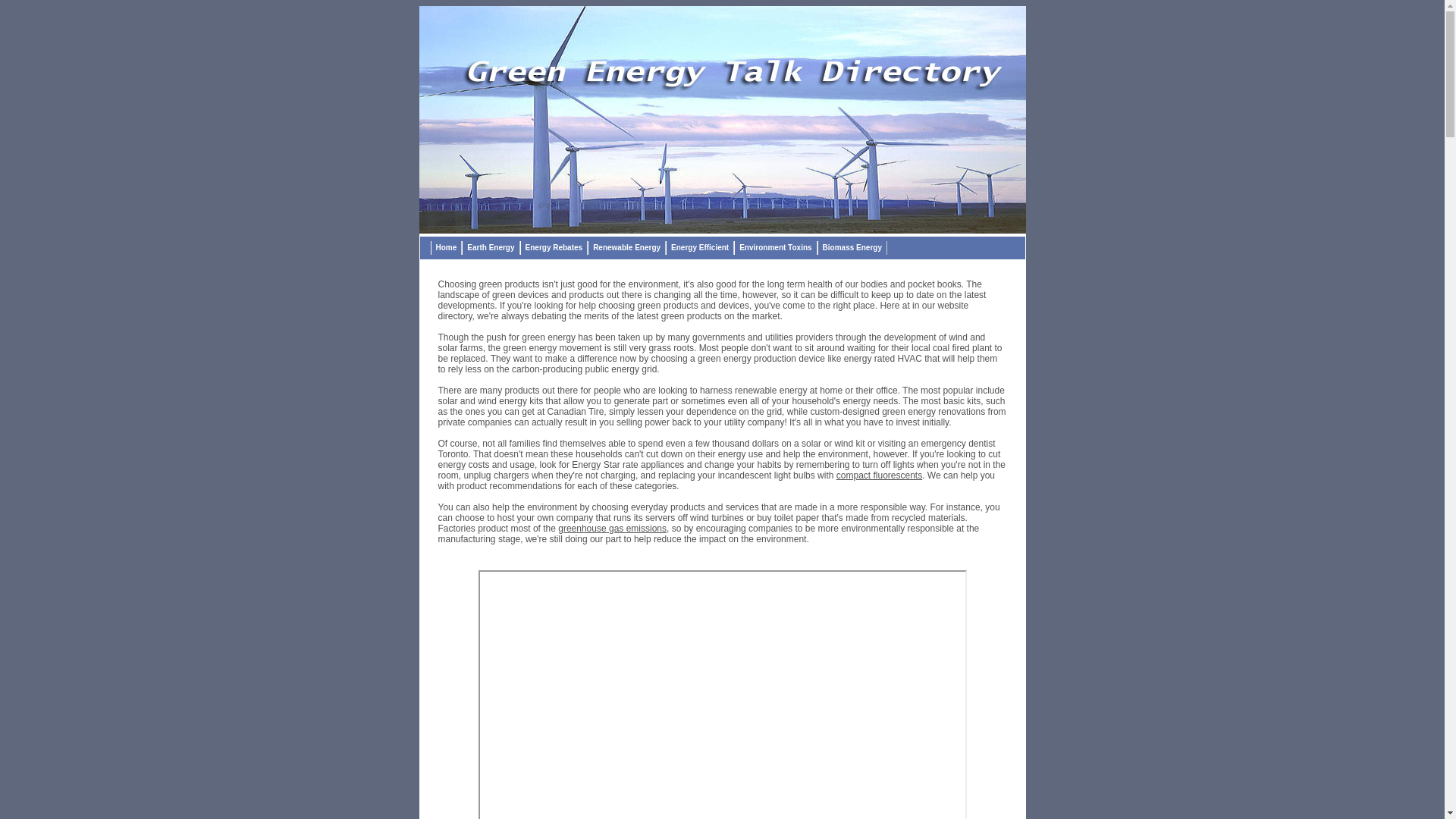 The height and width of the screenshot is (819, 1456). Describe the element at coordinates (836, 475) in the screenshot. I see `'compact fluorescents'` at that location.